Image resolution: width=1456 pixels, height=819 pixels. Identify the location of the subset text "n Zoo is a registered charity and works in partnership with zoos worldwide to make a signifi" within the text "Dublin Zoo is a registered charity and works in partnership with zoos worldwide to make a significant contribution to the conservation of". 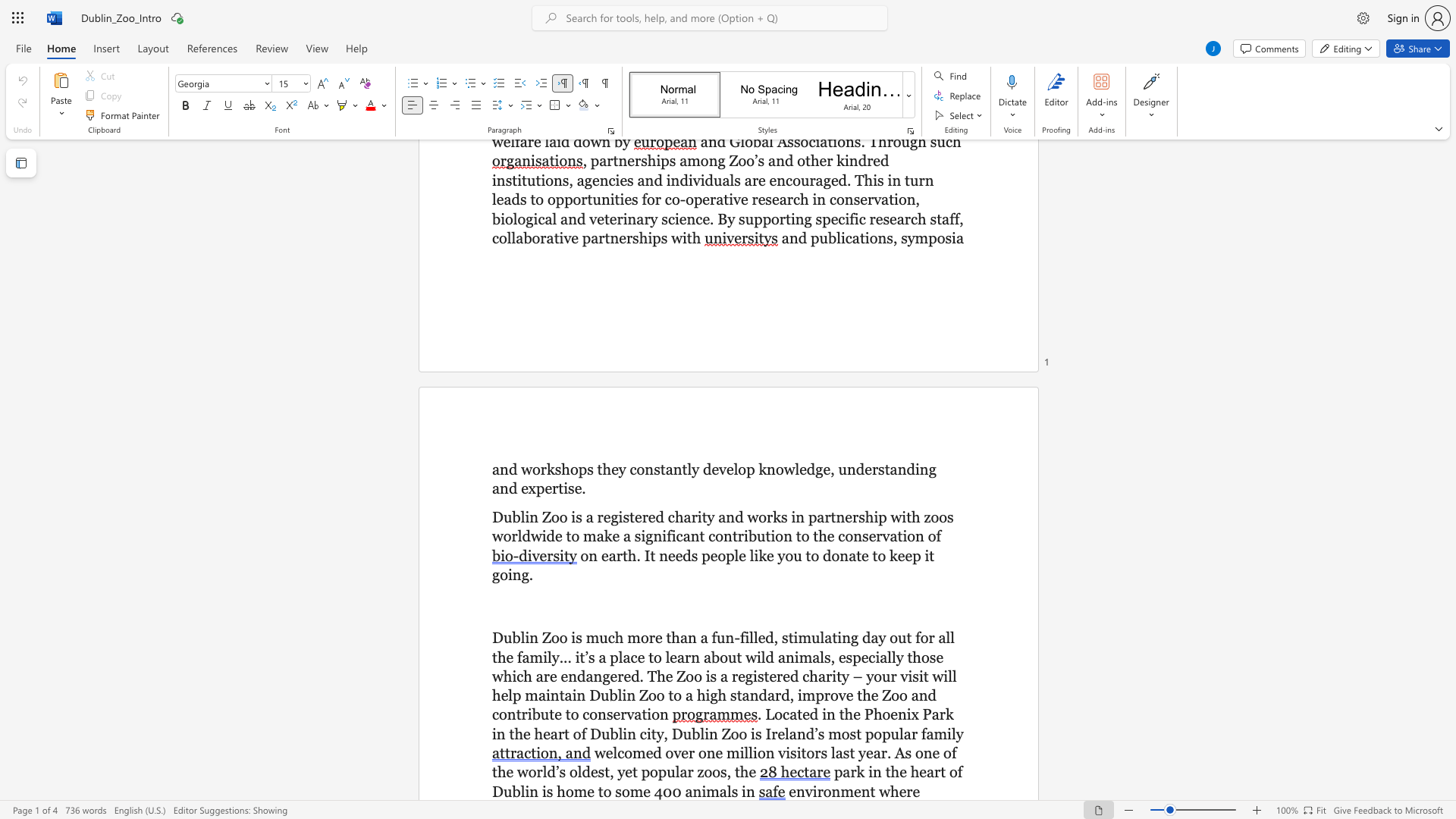
(529, 516).